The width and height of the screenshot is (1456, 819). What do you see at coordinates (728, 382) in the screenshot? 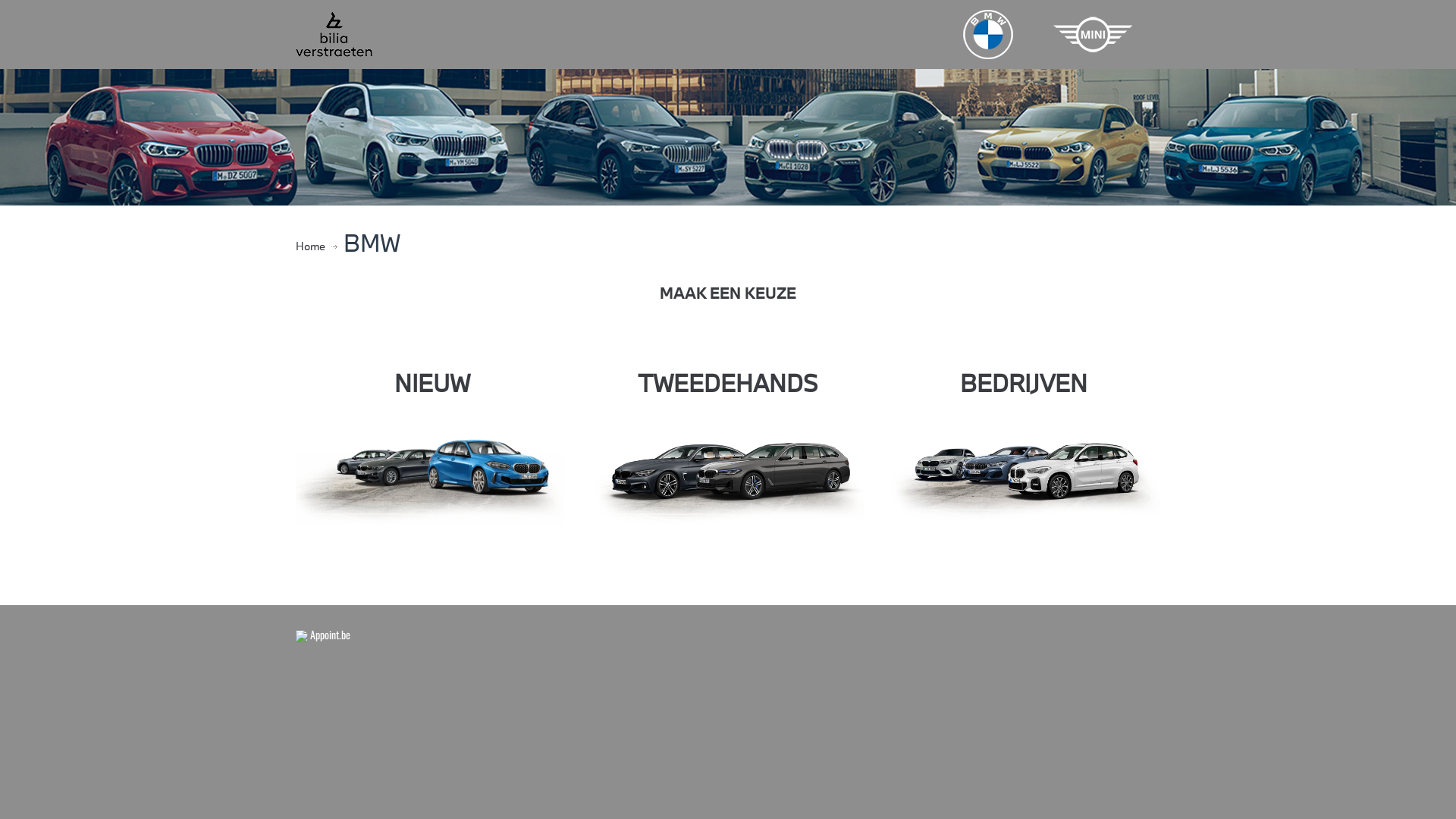
I see `'TWEEDEHANDS'` at bounding box center [728, 382].